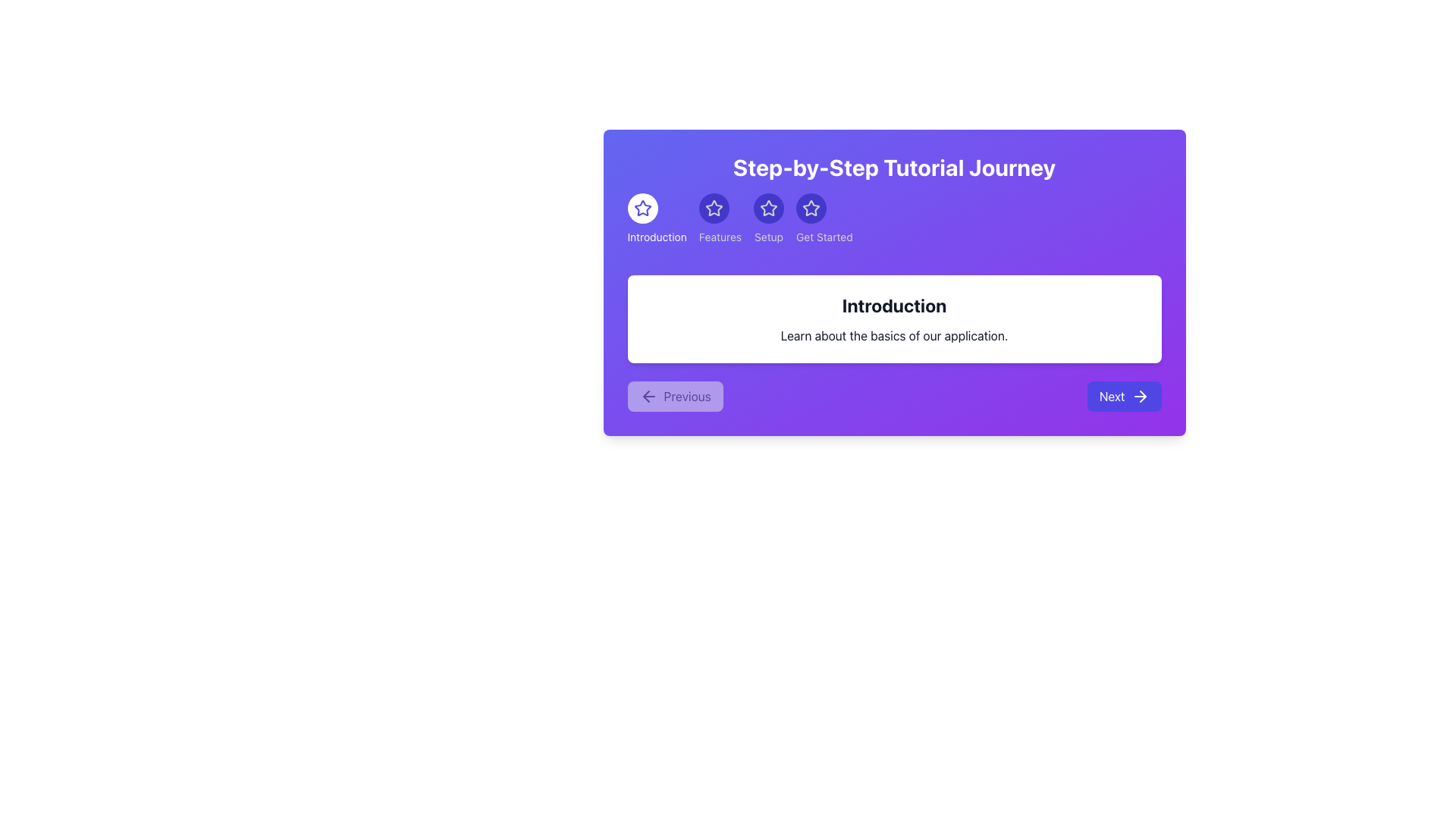 The width and height of the screenshot is (1456, 819). I want to click on the 'Setup' button, which is the third button in the navigation bar for the Step-by-Step Tutorial Journey, so click(769, 208).